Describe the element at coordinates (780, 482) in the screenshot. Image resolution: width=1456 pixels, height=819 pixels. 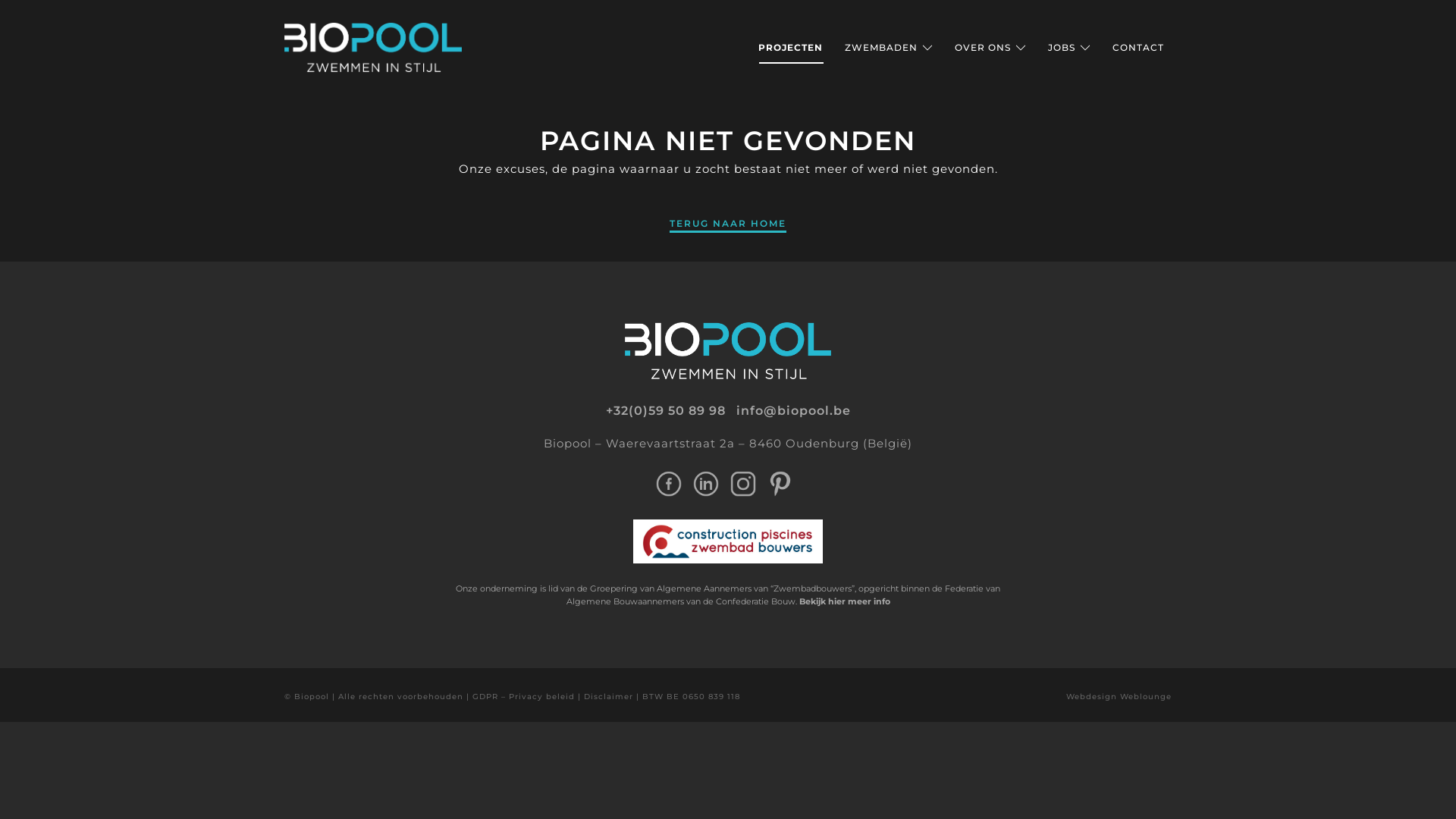
I see `'Volg Biopool op Pinterest'` at that location.